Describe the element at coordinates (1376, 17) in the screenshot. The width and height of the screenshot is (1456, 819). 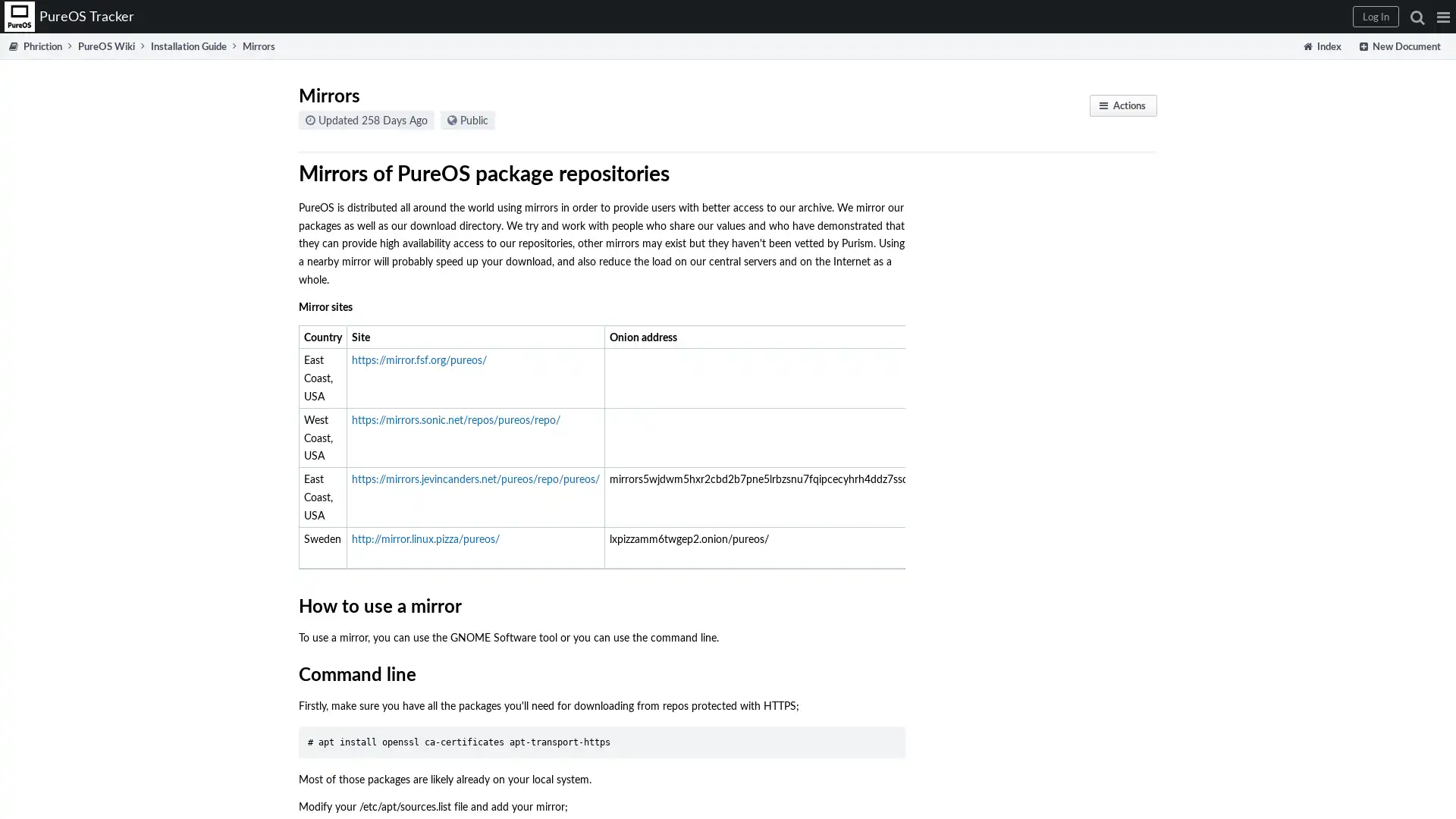
I see `Log In` at that location.